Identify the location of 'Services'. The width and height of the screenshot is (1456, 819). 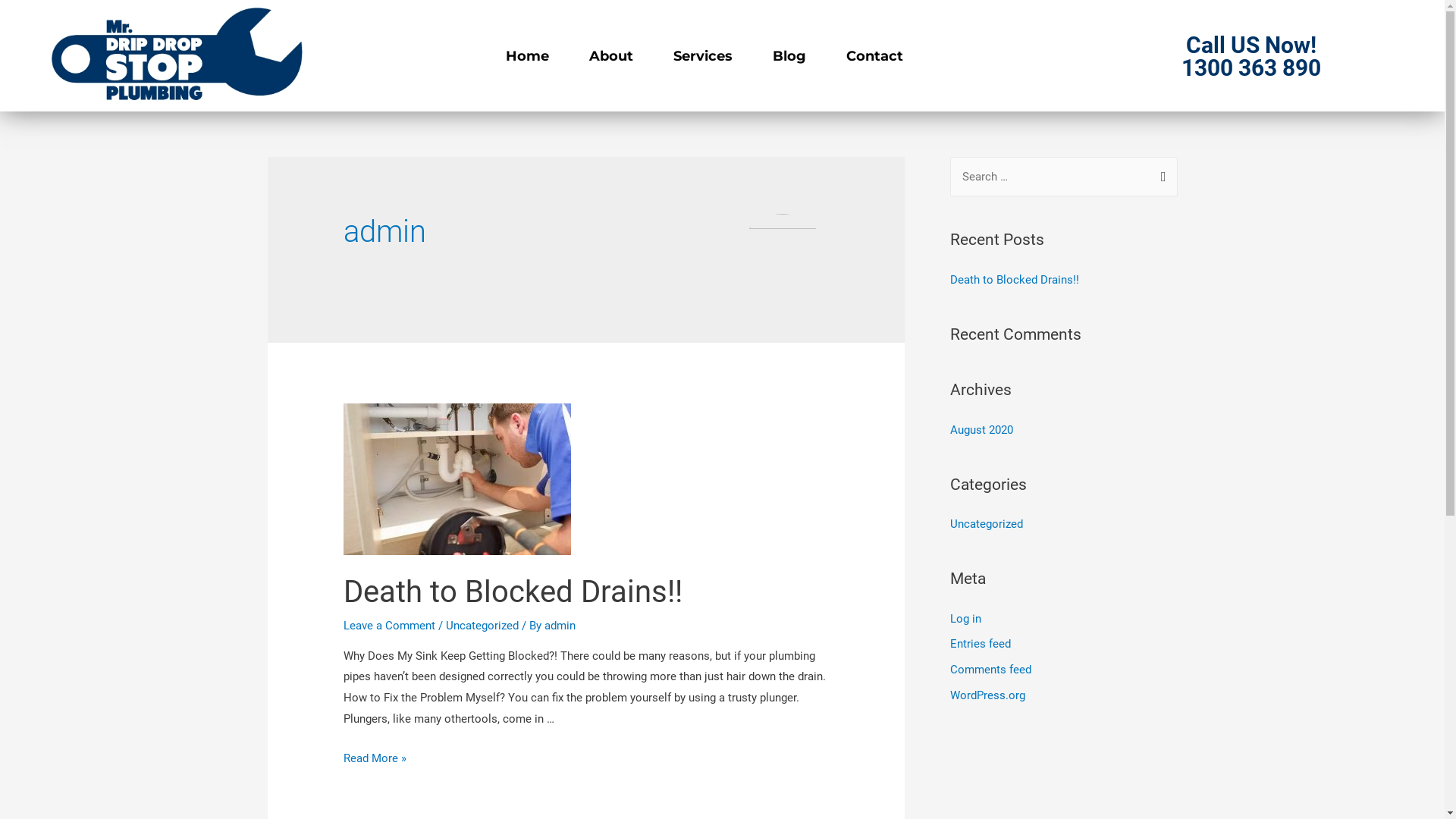
(701, 55).